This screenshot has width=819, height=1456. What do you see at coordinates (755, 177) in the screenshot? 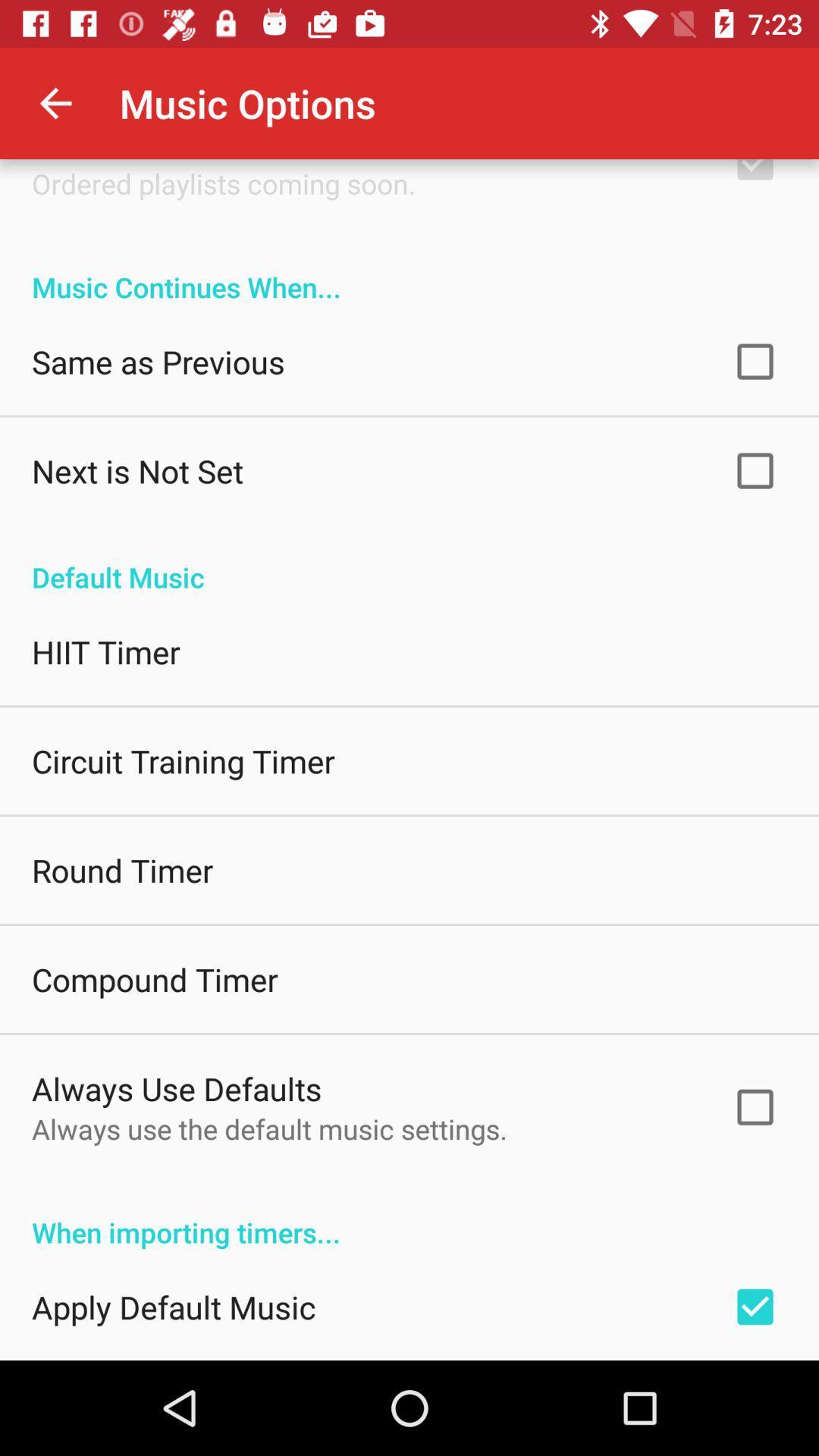
I see `check box below the time on top right of page` at bounding box center [755, 177].